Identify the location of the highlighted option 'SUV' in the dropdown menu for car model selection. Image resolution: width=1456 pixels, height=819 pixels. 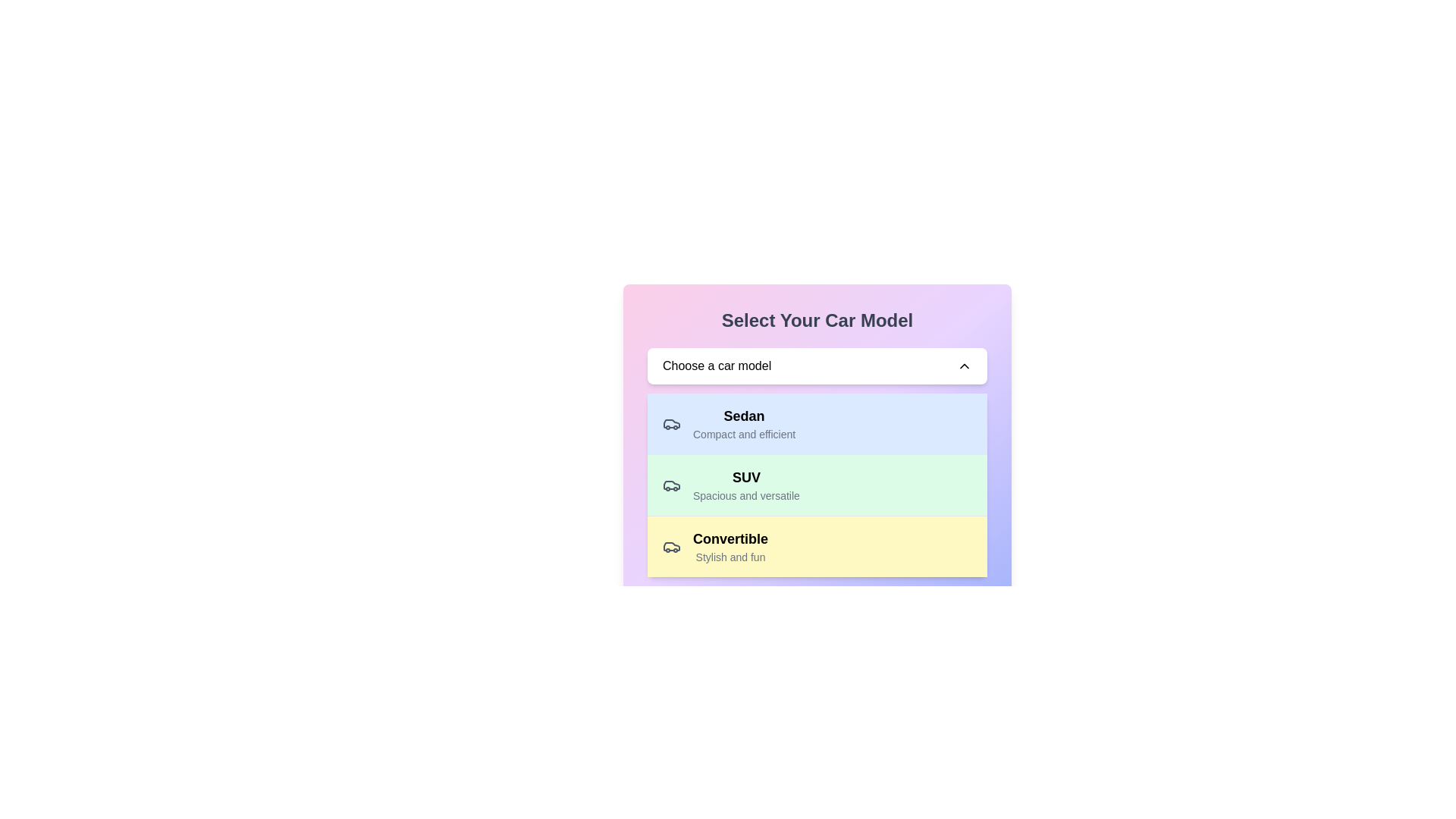
(817, 485).